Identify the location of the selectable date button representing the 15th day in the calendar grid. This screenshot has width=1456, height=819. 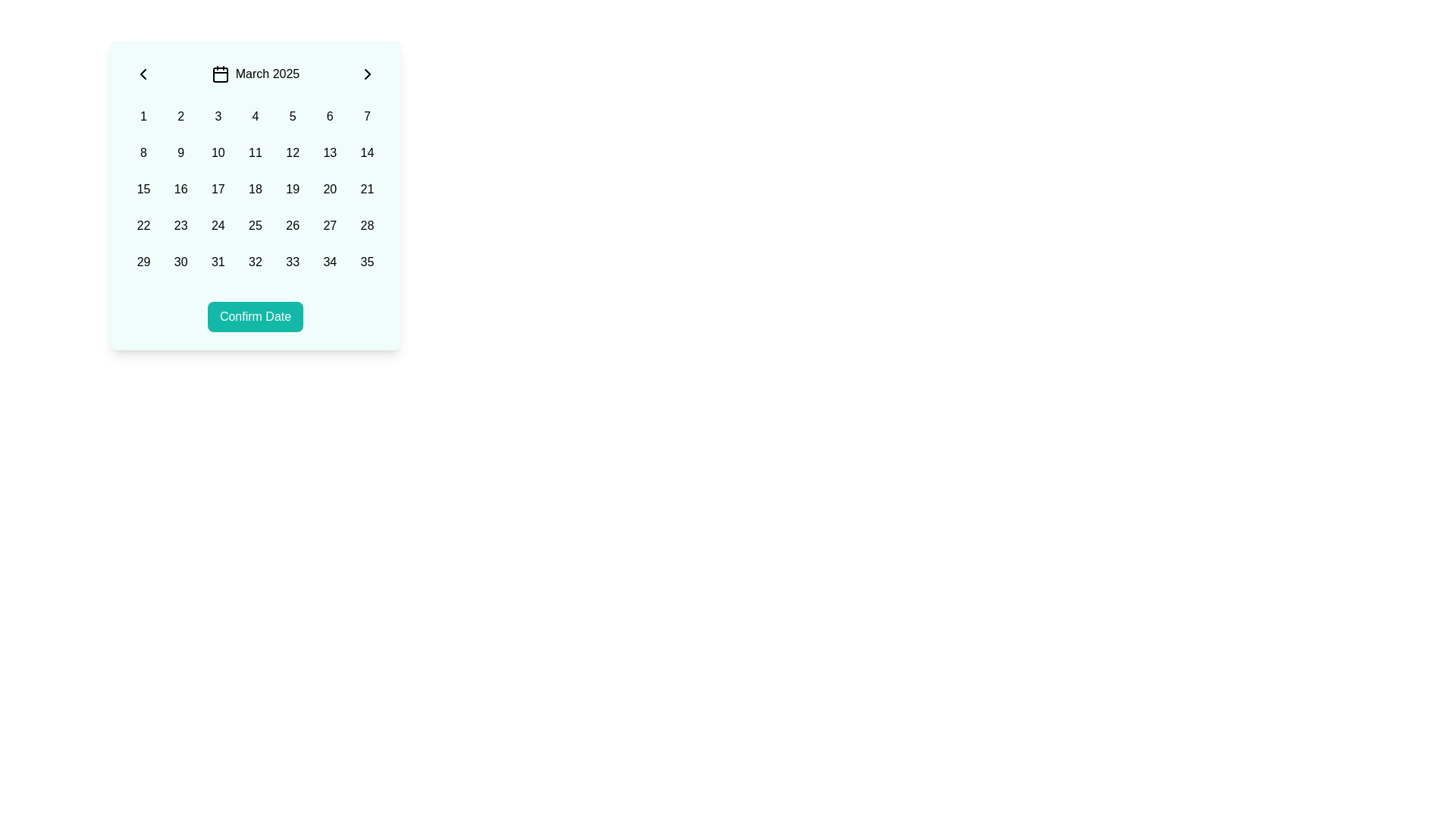
(143, 189).